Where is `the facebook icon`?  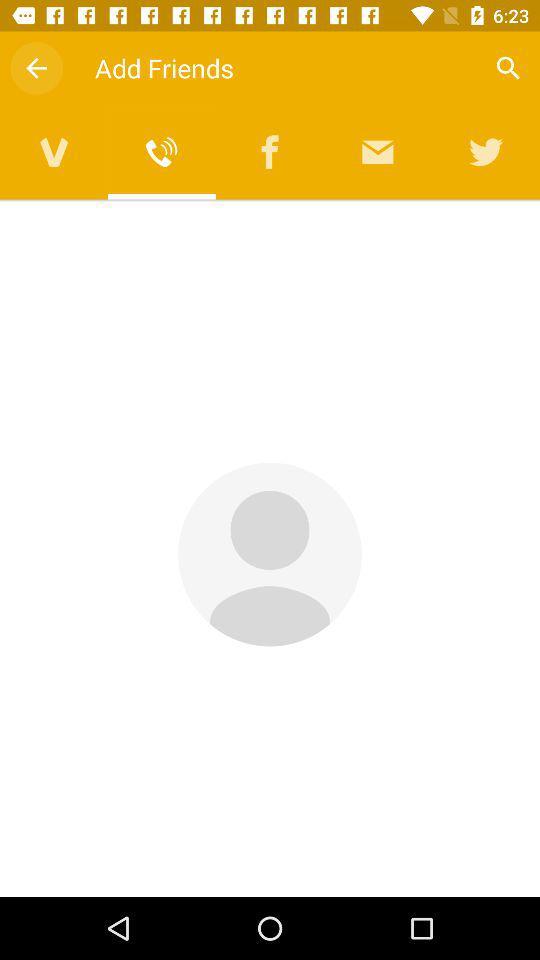 the facebook icon is located at coordinates (270, 151).